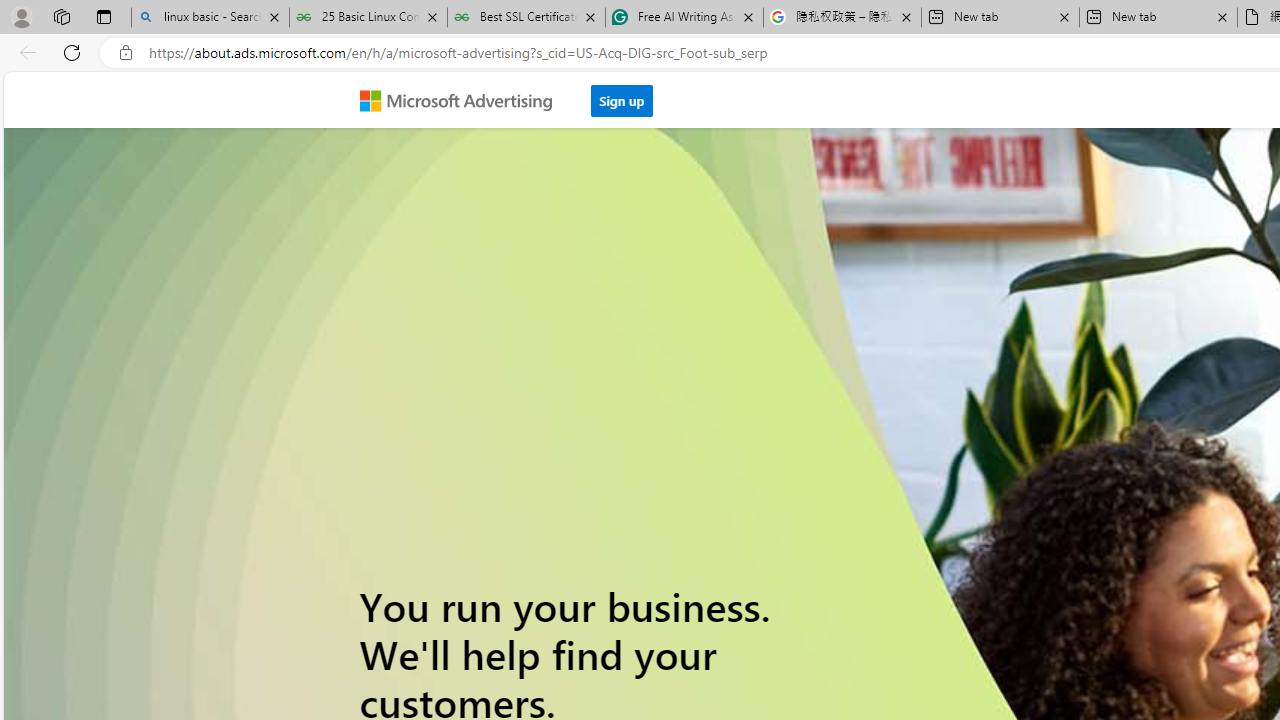 This screenshot has height=720, width=1280. What do you see at coordinates (210, 17) in the screenshot?
I see `'linux basic - Search'` at bounding box center [210, 17].